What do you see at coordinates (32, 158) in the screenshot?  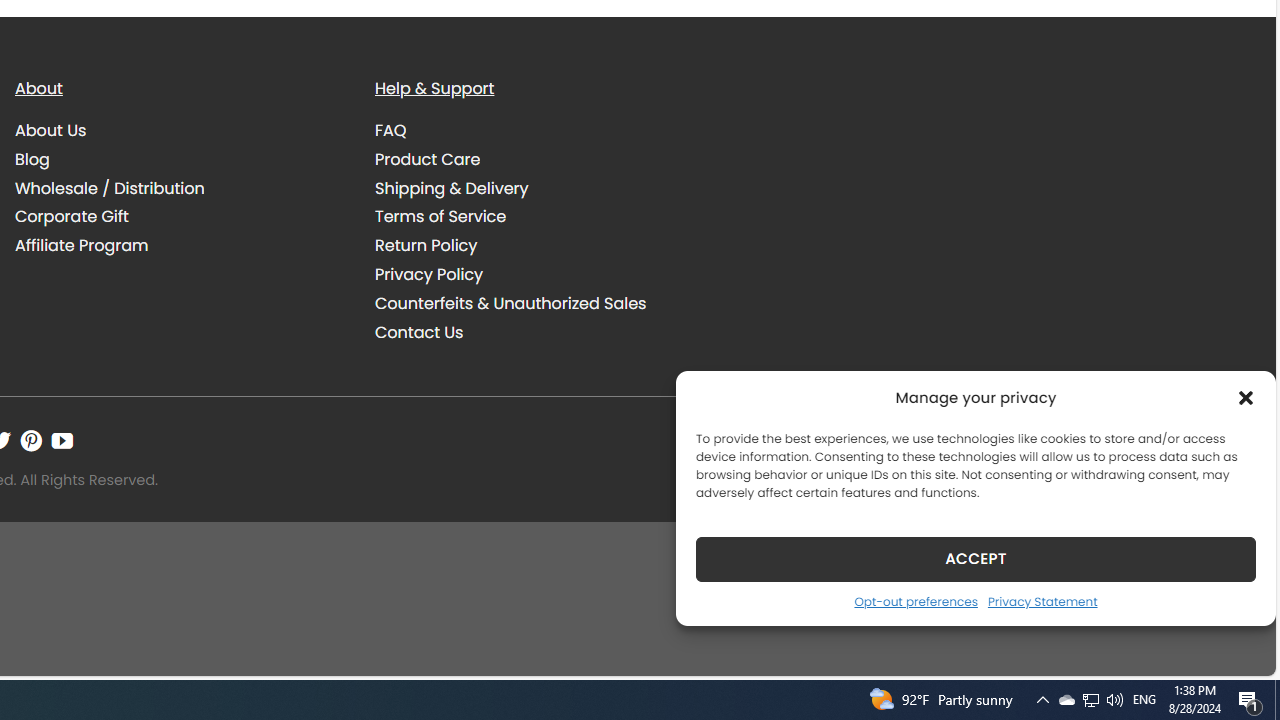 I see `'Blog'` at bounding box center [32, 158].